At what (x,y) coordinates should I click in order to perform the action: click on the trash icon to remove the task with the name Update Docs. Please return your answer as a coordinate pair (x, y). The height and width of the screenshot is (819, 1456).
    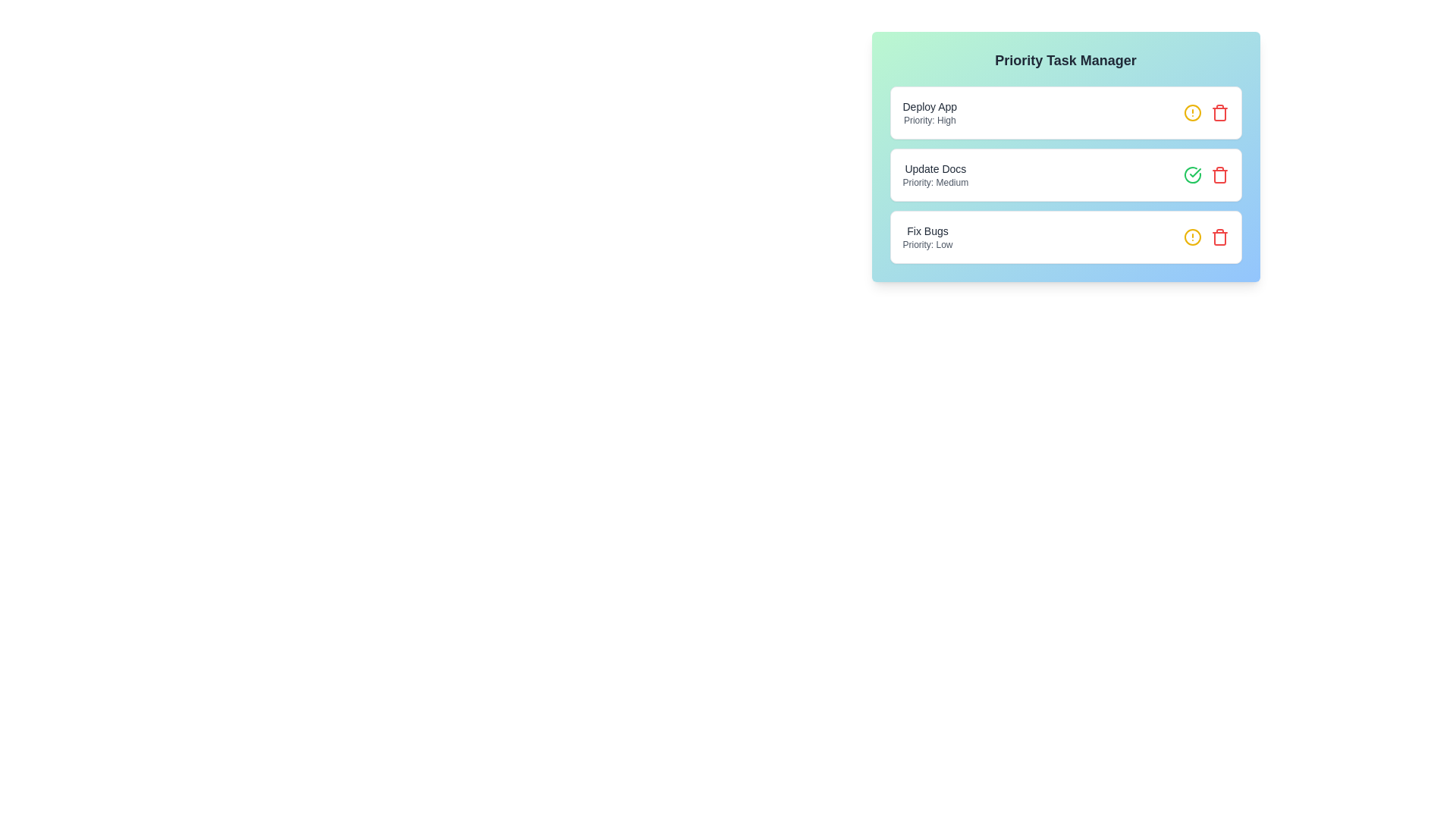
    Looking at the image, I should click on (1219, 174).